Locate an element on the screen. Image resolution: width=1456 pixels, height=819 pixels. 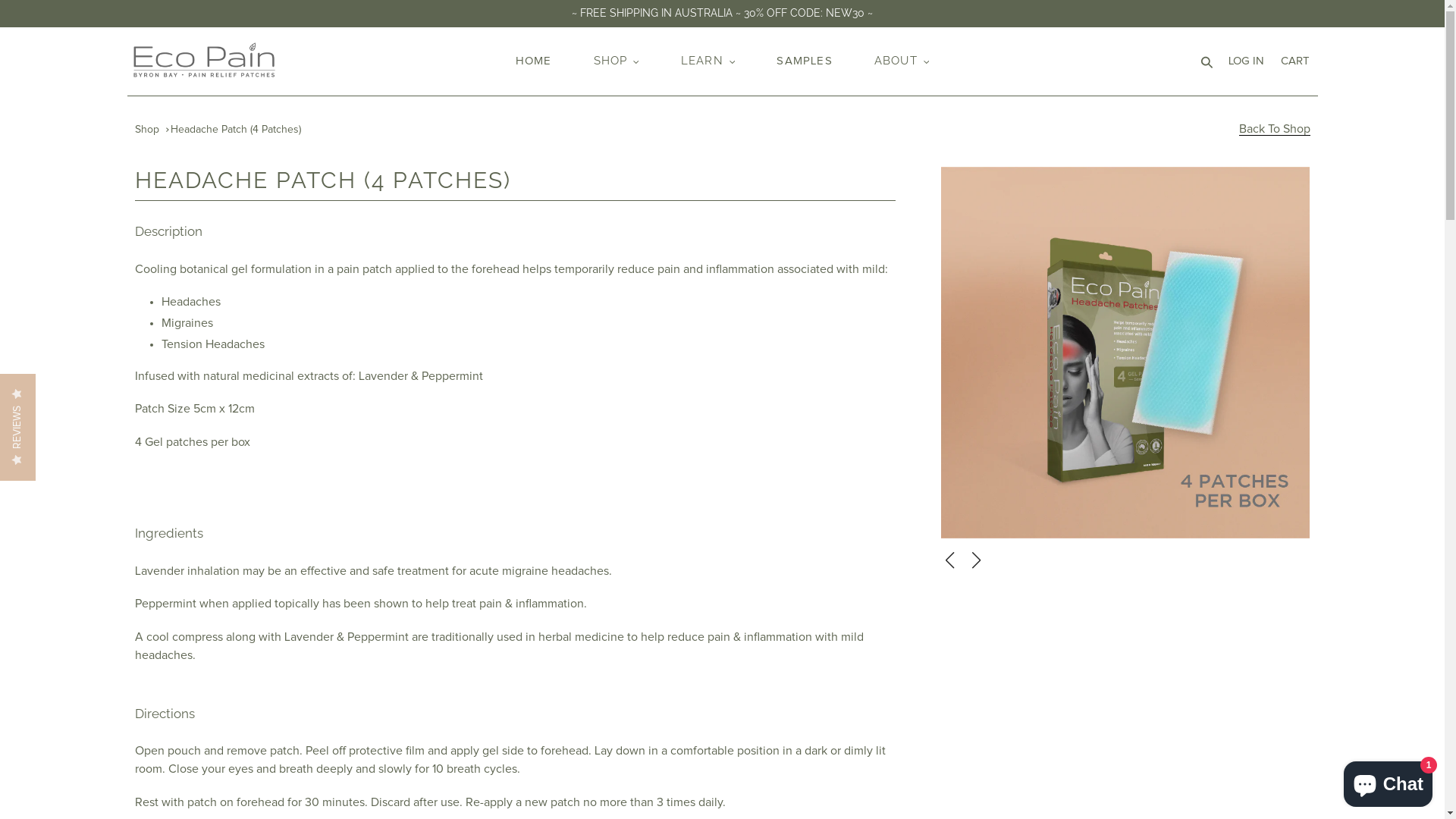
'SHOP' is located at coordinates (616, 61).